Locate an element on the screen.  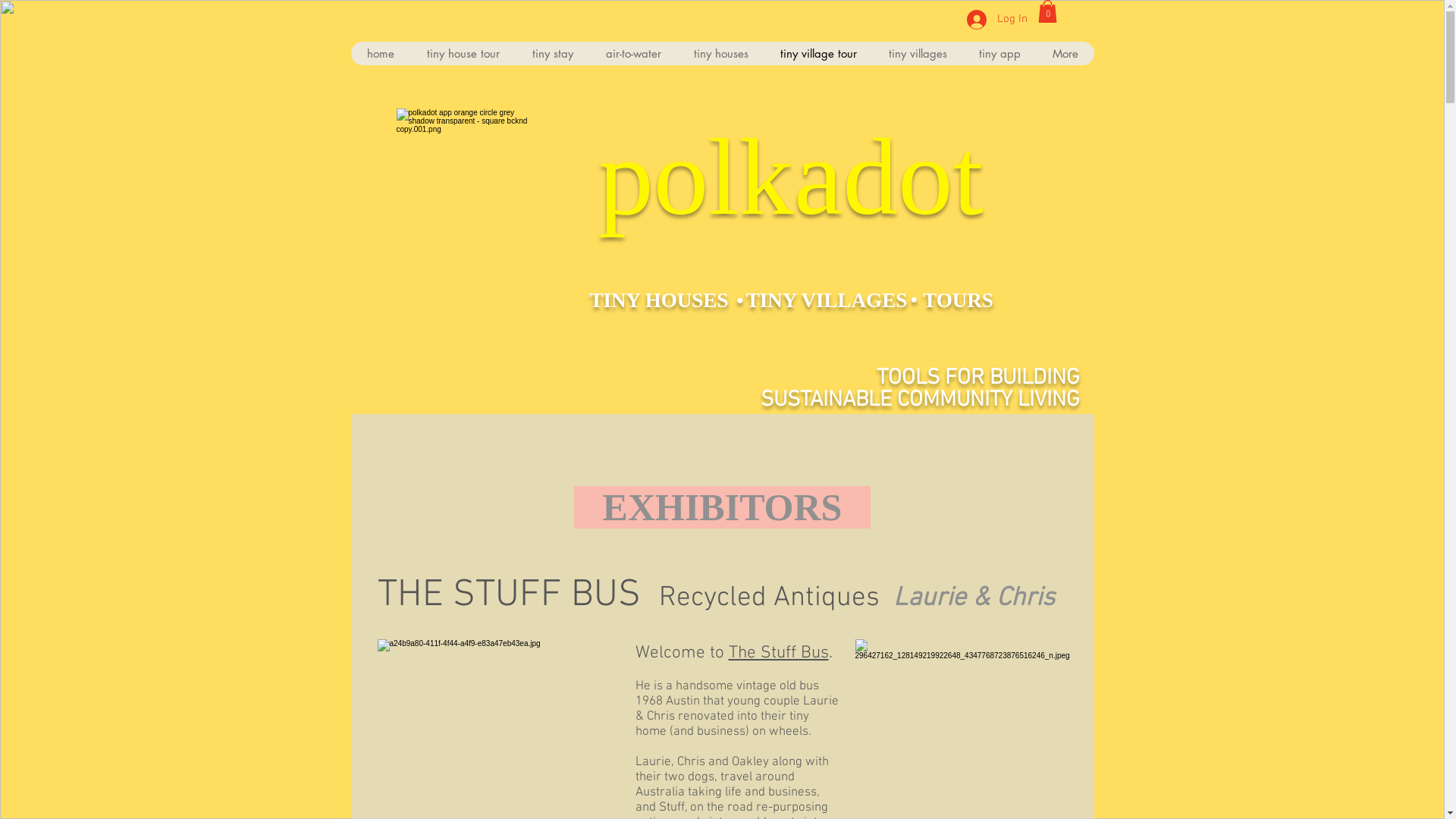
'tiny app' is located at coordinates (999, 52).